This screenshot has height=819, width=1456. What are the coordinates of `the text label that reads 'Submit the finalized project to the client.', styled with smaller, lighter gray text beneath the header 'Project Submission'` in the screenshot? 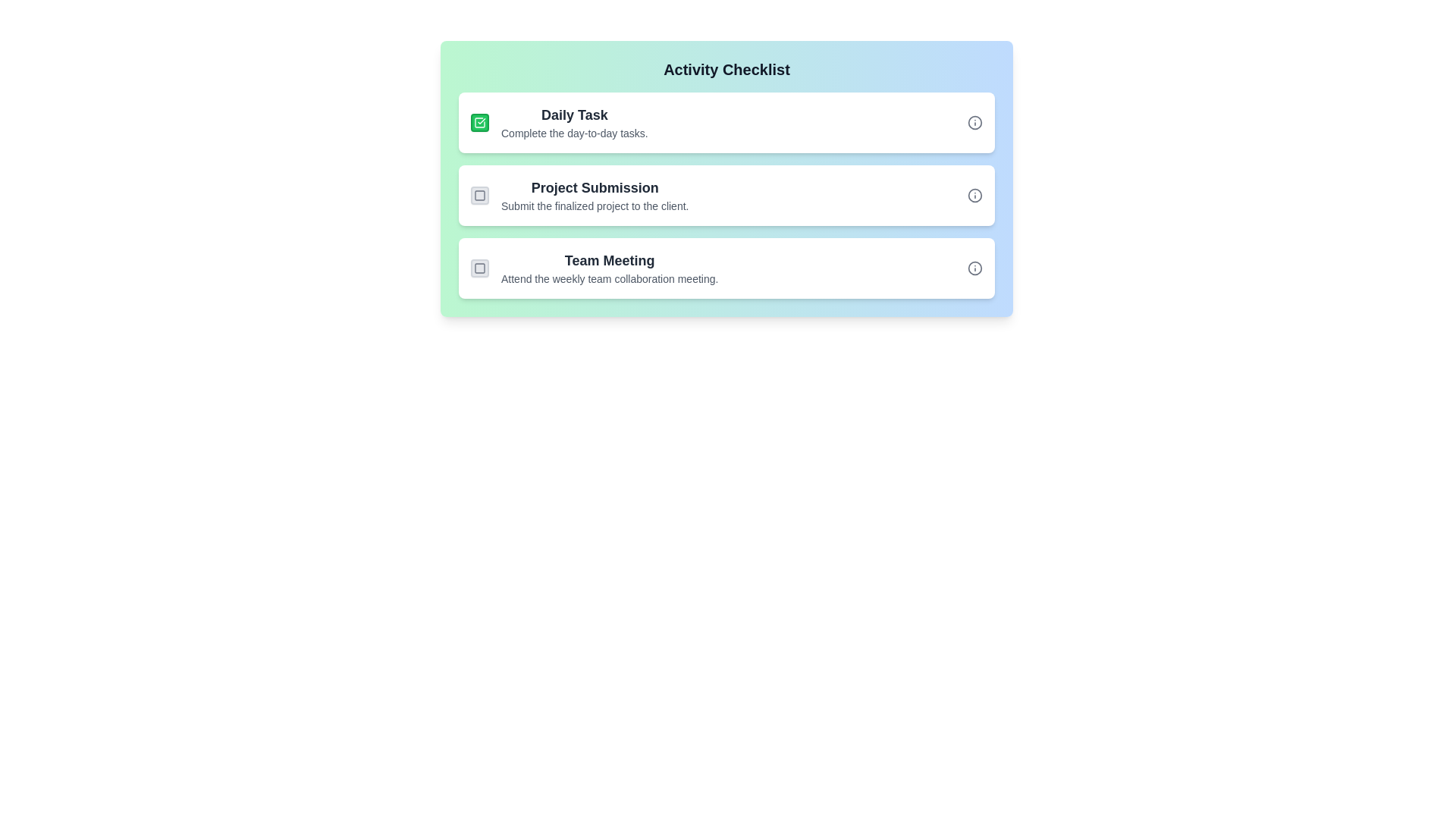 It's located at (594, 206).